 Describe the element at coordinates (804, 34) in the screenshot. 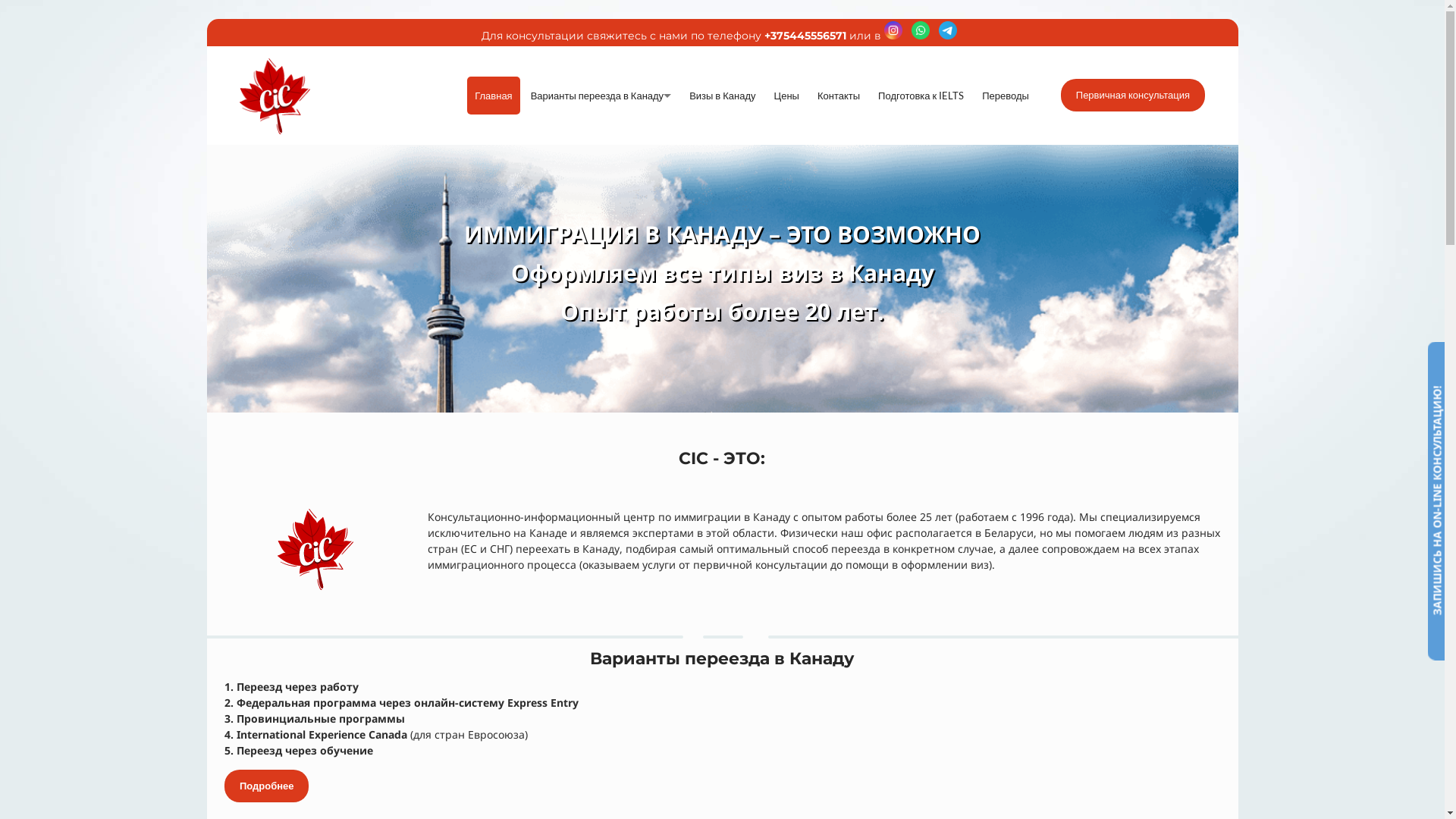

I see `'+375445556571'` at that location.